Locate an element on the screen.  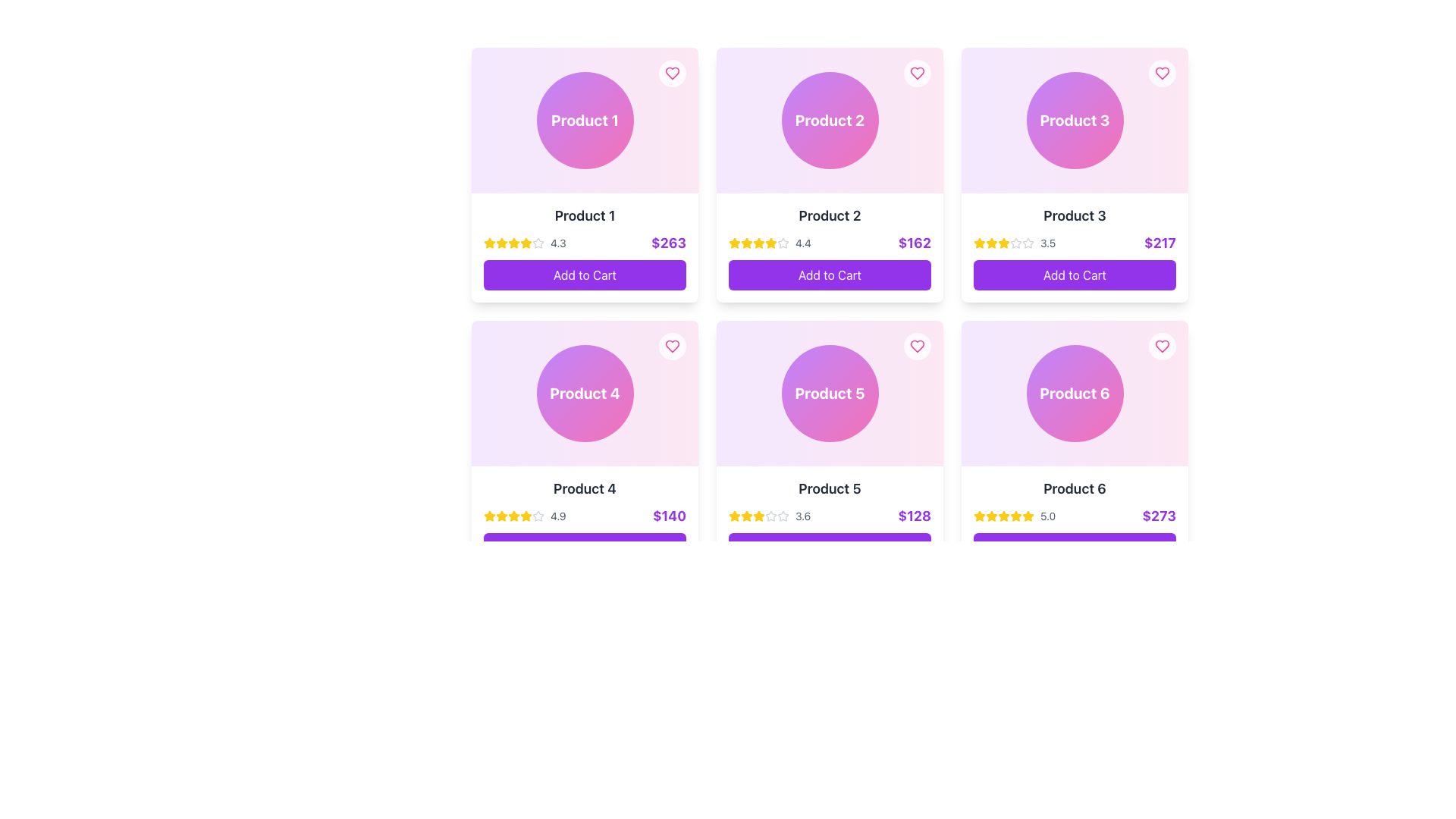
the yellow five-pointed star icon representing the third rating position in the 'Product 3' card is located at coordinates (979, 242).